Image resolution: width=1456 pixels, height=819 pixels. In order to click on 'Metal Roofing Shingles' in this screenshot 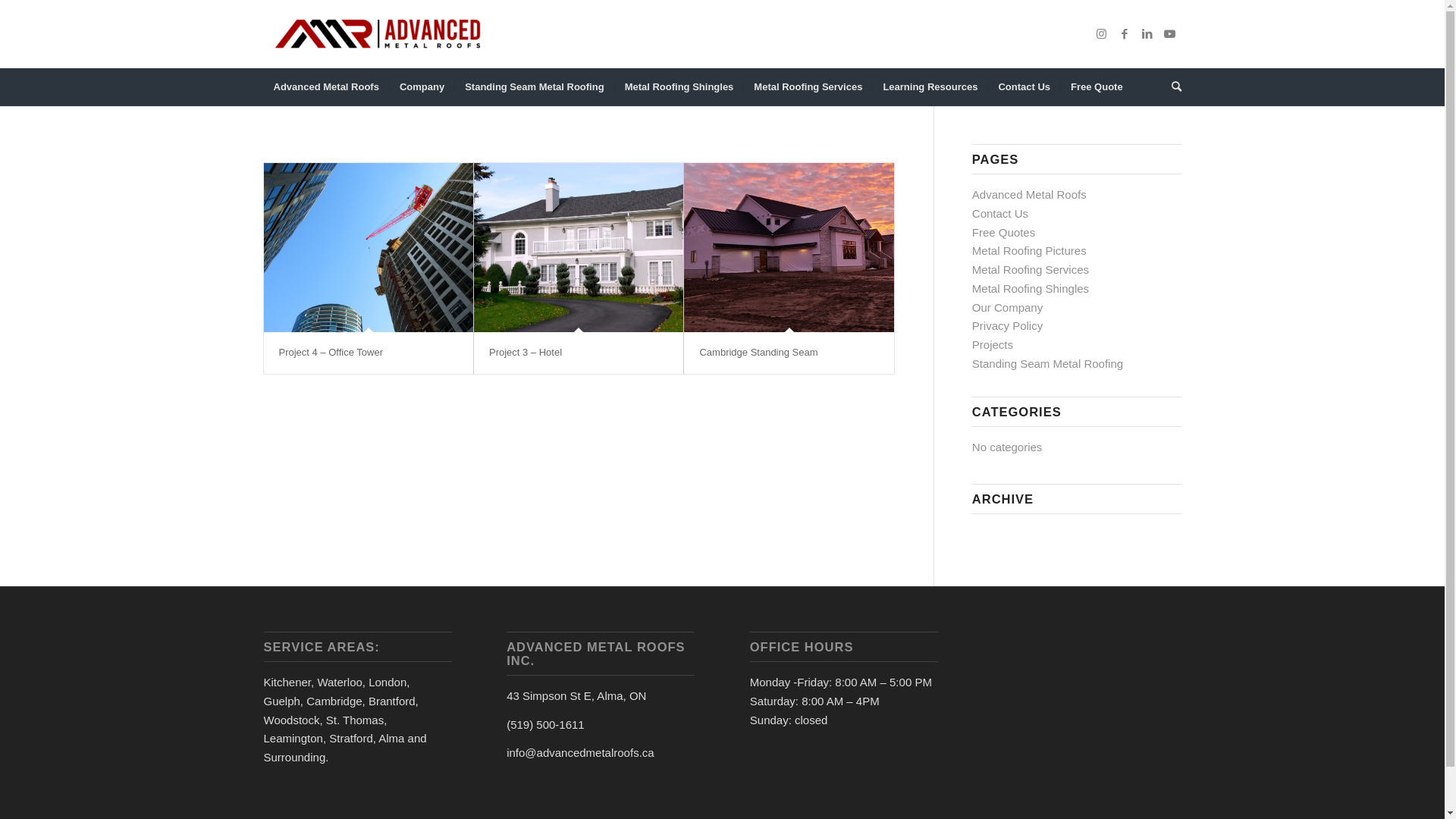, I will do `click(678, 87)`.